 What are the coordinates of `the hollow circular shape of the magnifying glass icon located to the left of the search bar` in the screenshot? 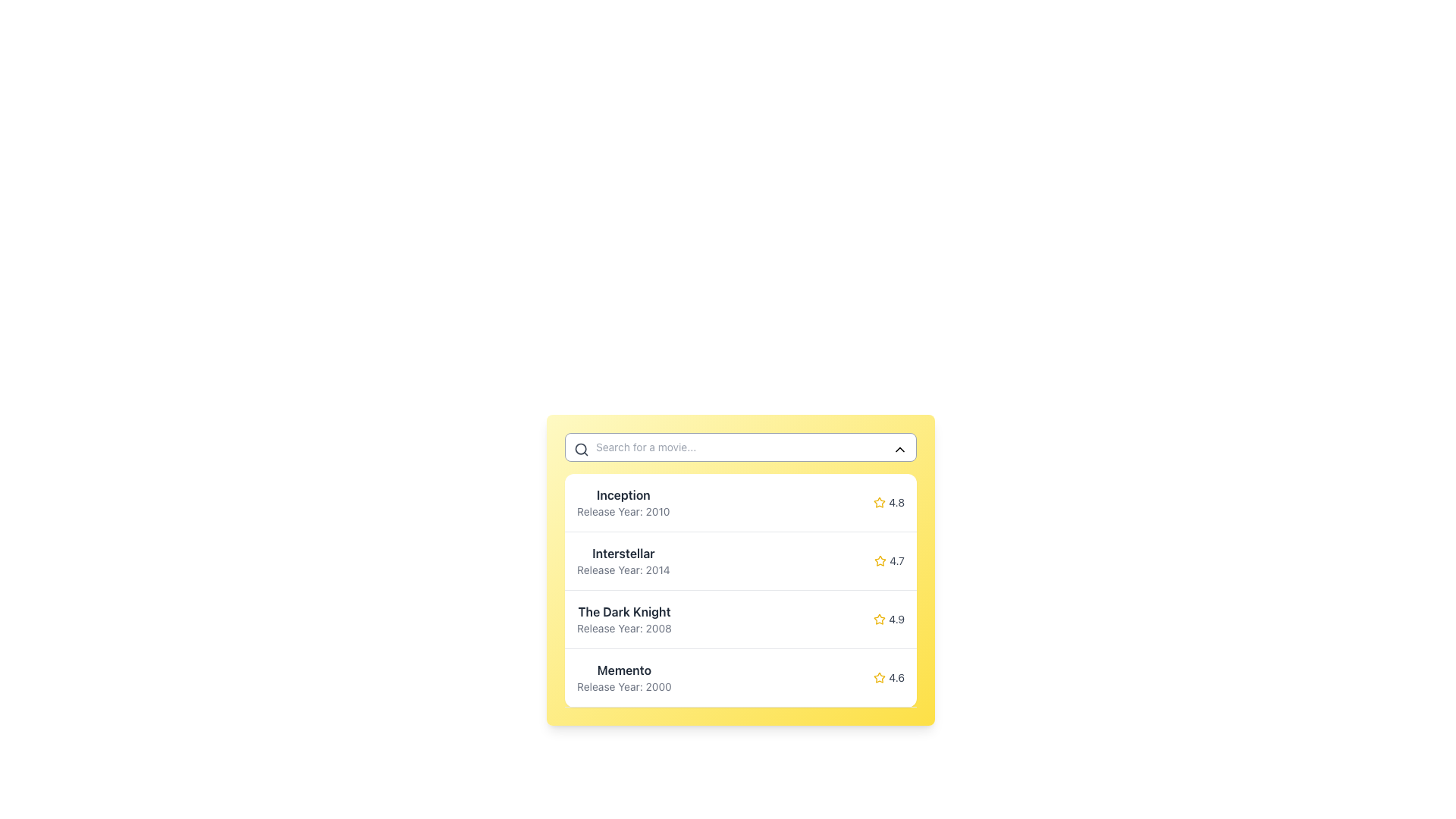 It's located at (580, 448).